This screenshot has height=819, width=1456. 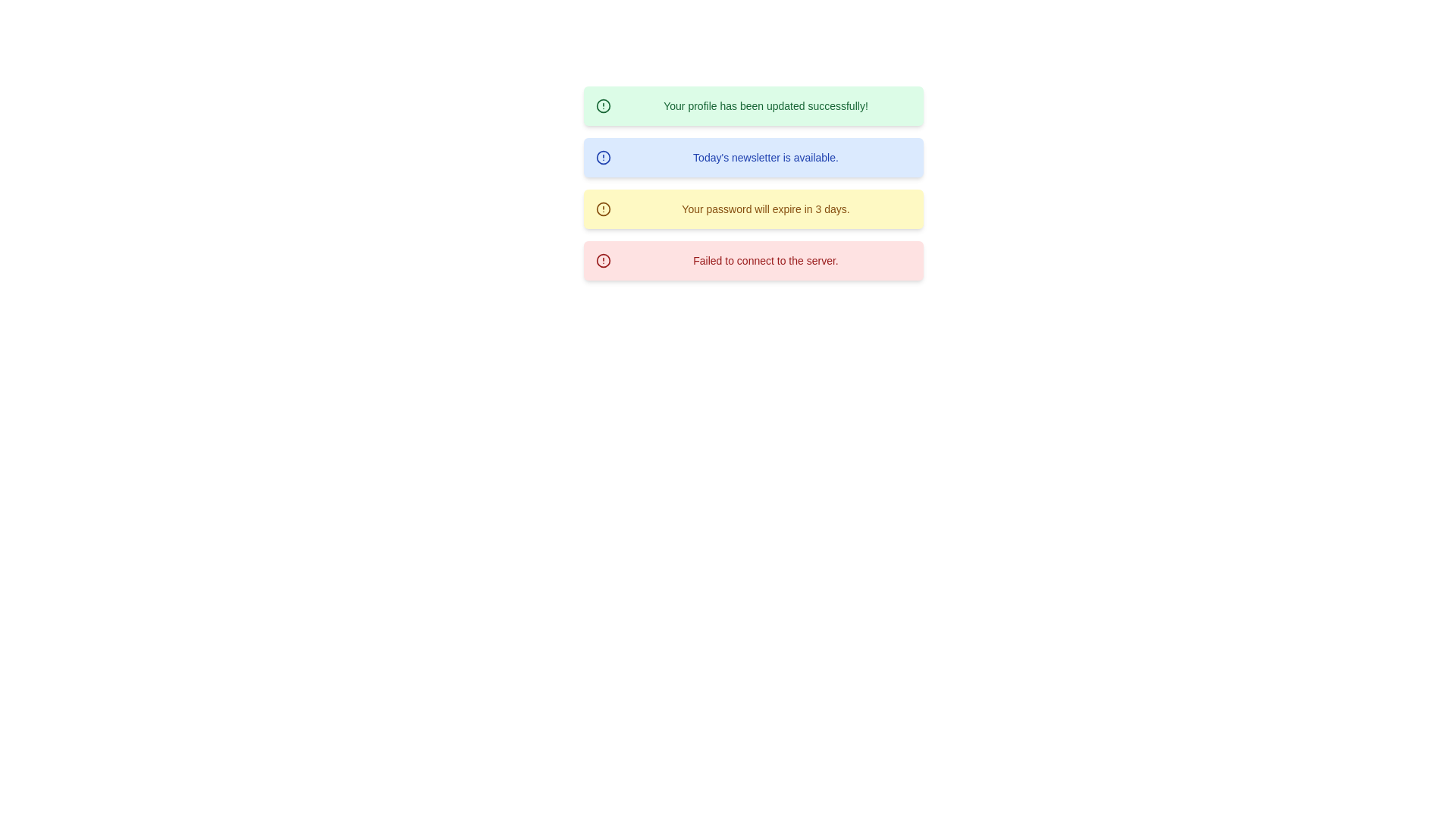 What do you see at coordinates (753, 259) in the screenshot?
I see `the Notification Box that alerts the user about a connection failure to the server, which is the fourth notification in the stack located at the coordinates provided` at bounding box center [753, 259].